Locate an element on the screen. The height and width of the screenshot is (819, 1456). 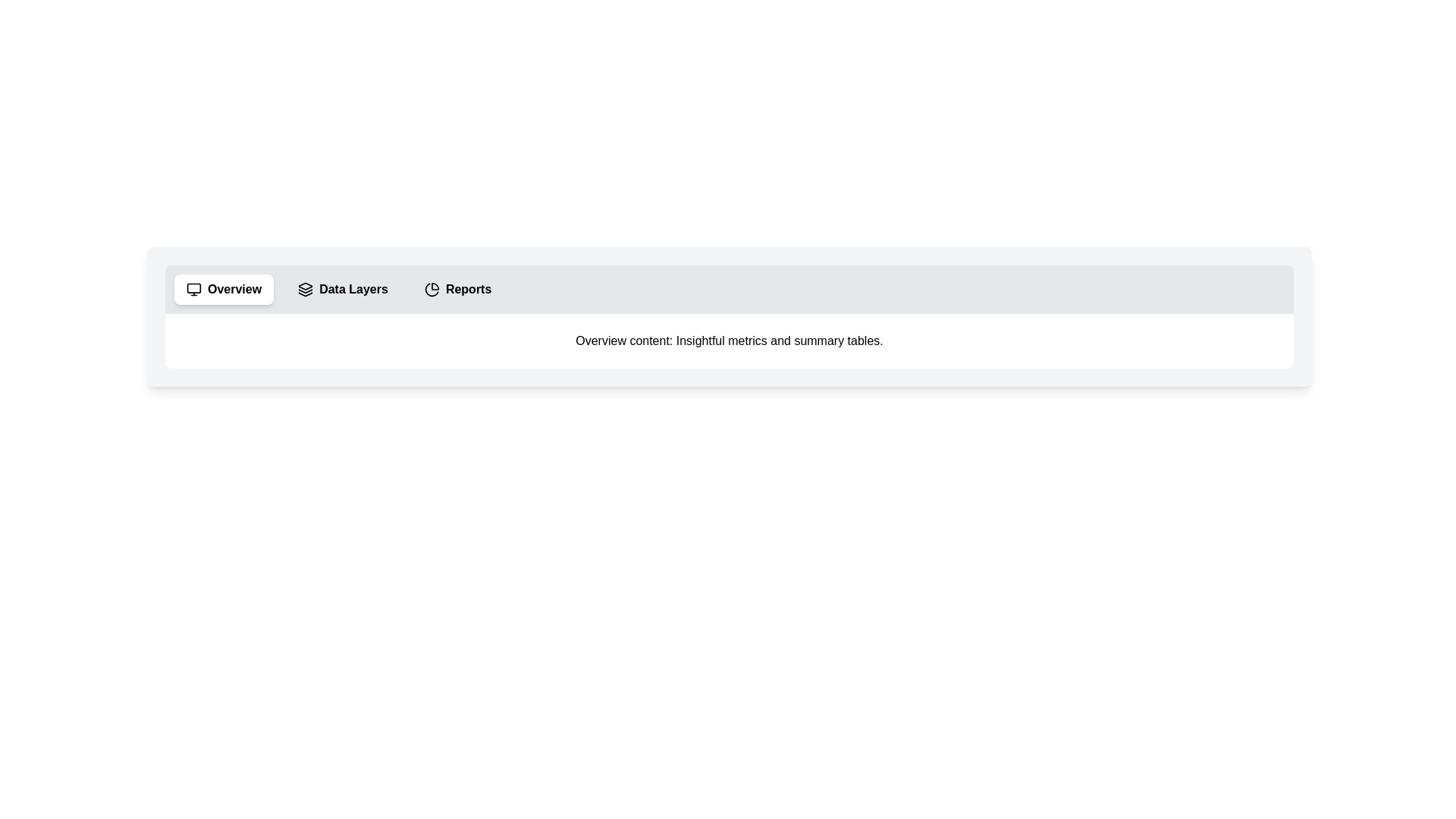
the Overview tab to view its content is located at coordinates (223, 289).